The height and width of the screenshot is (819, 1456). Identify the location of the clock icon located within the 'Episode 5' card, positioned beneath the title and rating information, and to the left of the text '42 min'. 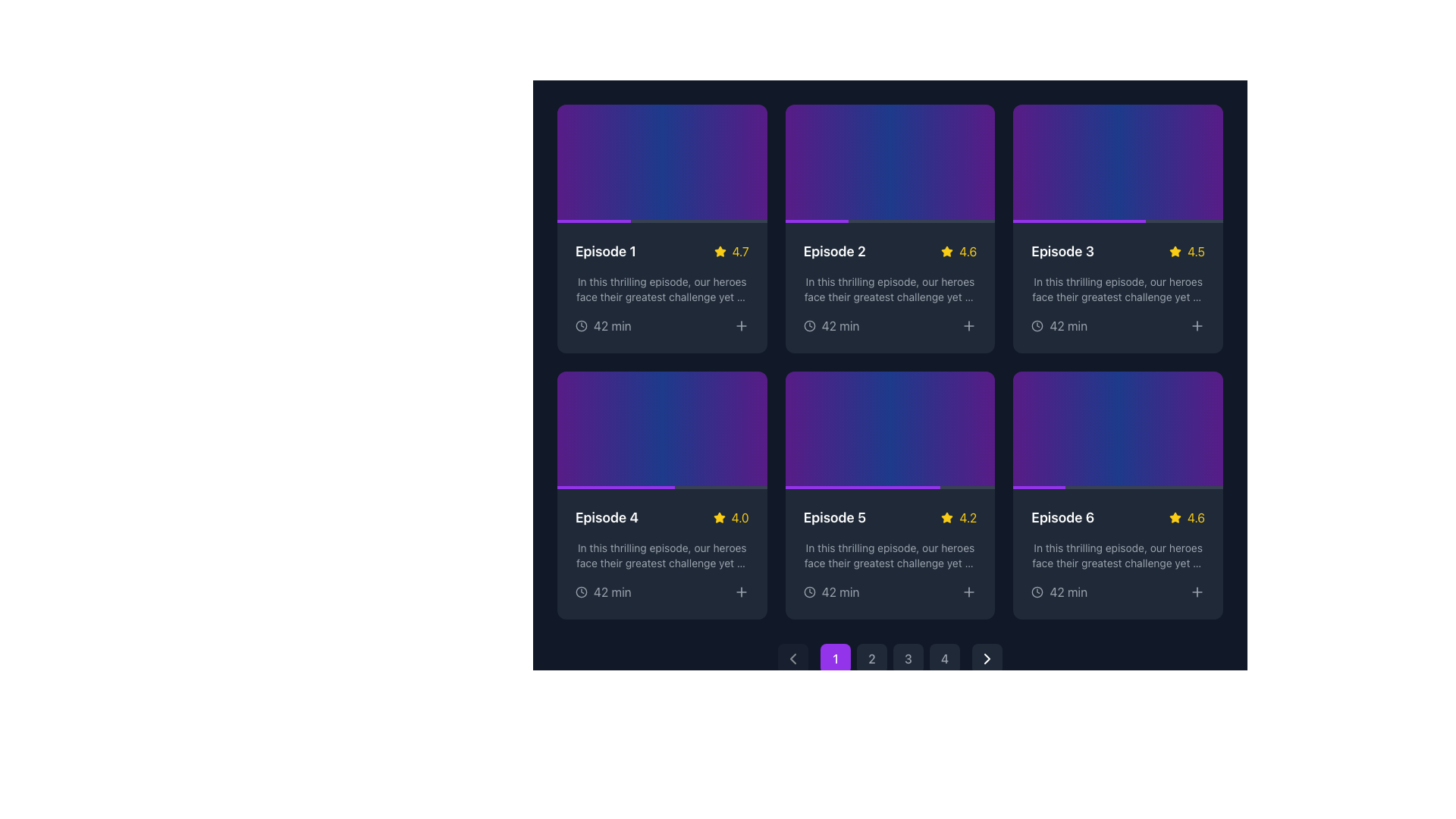
(808, 591).